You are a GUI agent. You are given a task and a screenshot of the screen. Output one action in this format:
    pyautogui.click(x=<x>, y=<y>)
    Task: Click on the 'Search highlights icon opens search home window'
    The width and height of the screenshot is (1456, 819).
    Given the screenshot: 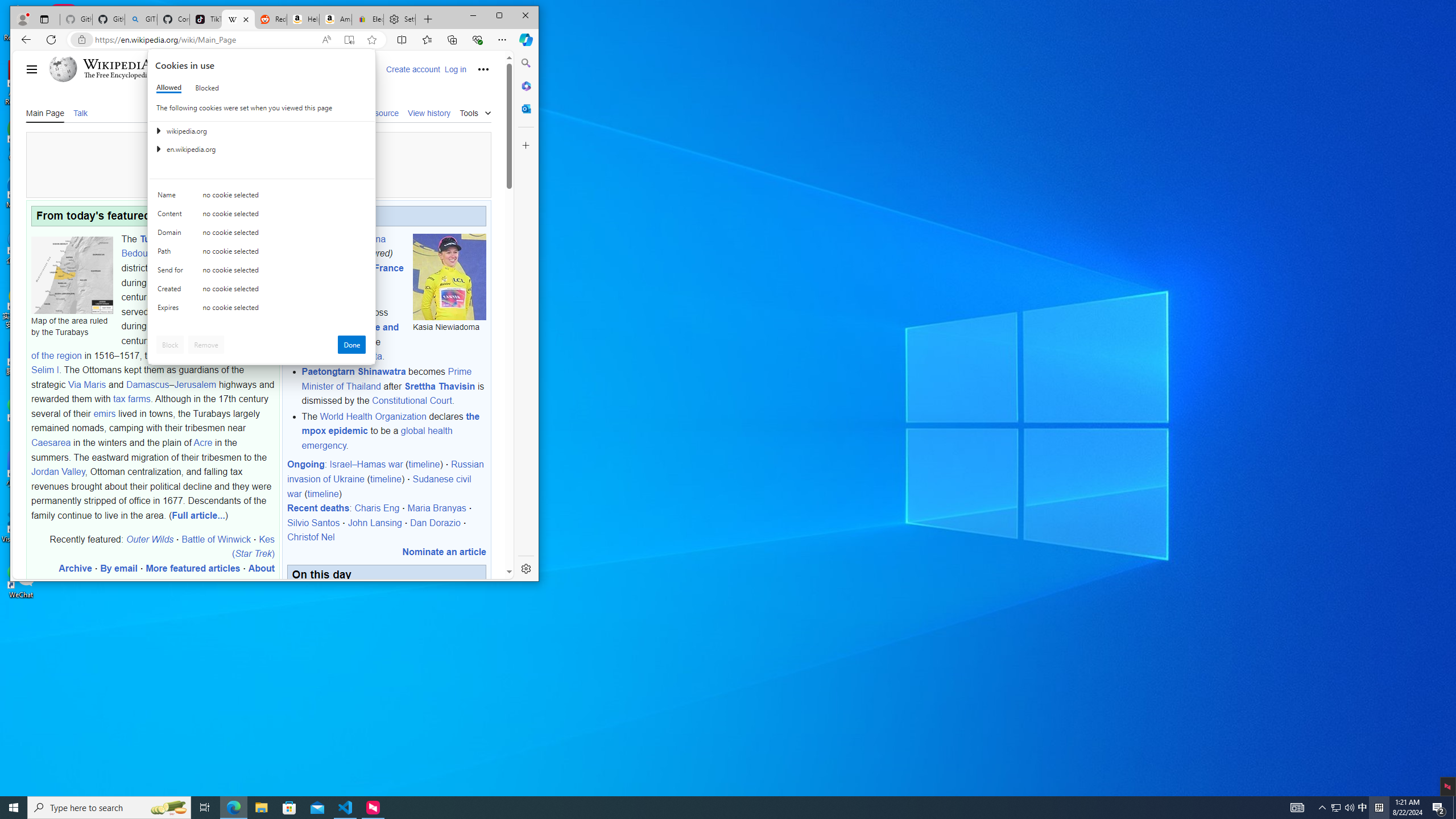 What is the action you would take?
    pyautogui.click(x=167, y=806)
    